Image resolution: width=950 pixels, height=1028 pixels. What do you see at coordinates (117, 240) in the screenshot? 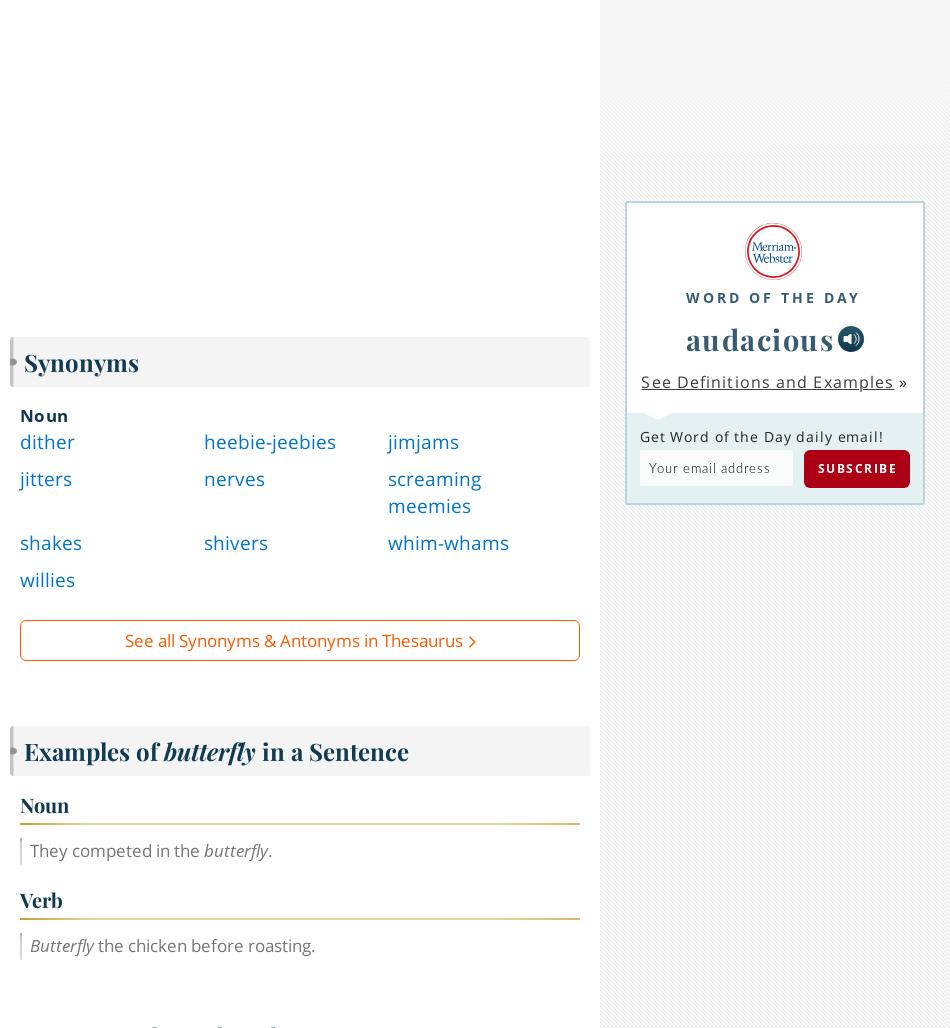
I see `'Can you solve 4 words at once?'` at bounding box center [117, 240].